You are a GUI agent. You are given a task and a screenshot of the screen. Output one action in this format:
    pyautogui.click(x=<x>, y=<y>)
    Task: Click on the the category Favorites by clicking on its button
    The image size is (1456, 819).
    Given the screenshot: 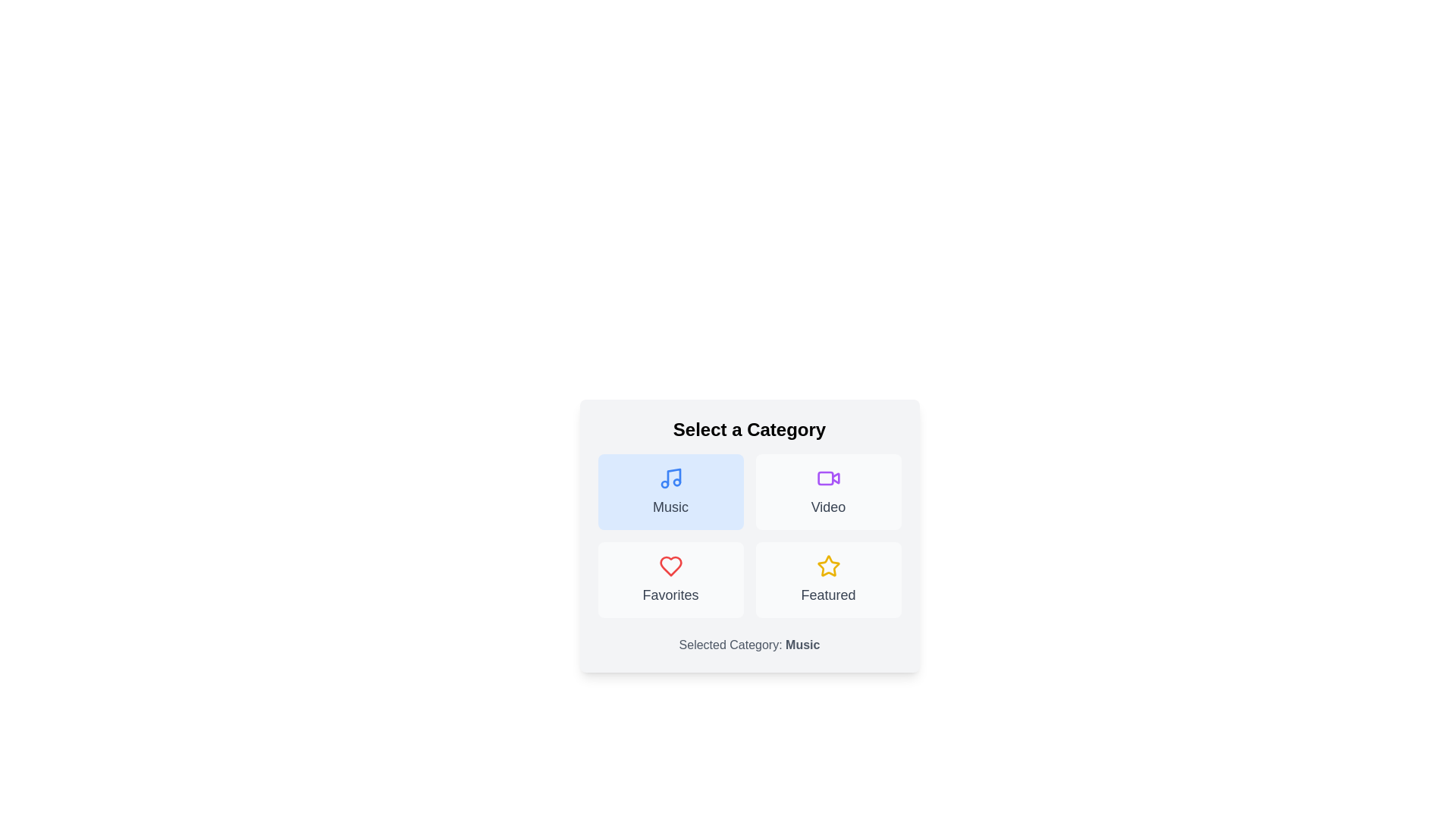 What is the action you would take?
    pyautogui.click(x=670, y=579)
    